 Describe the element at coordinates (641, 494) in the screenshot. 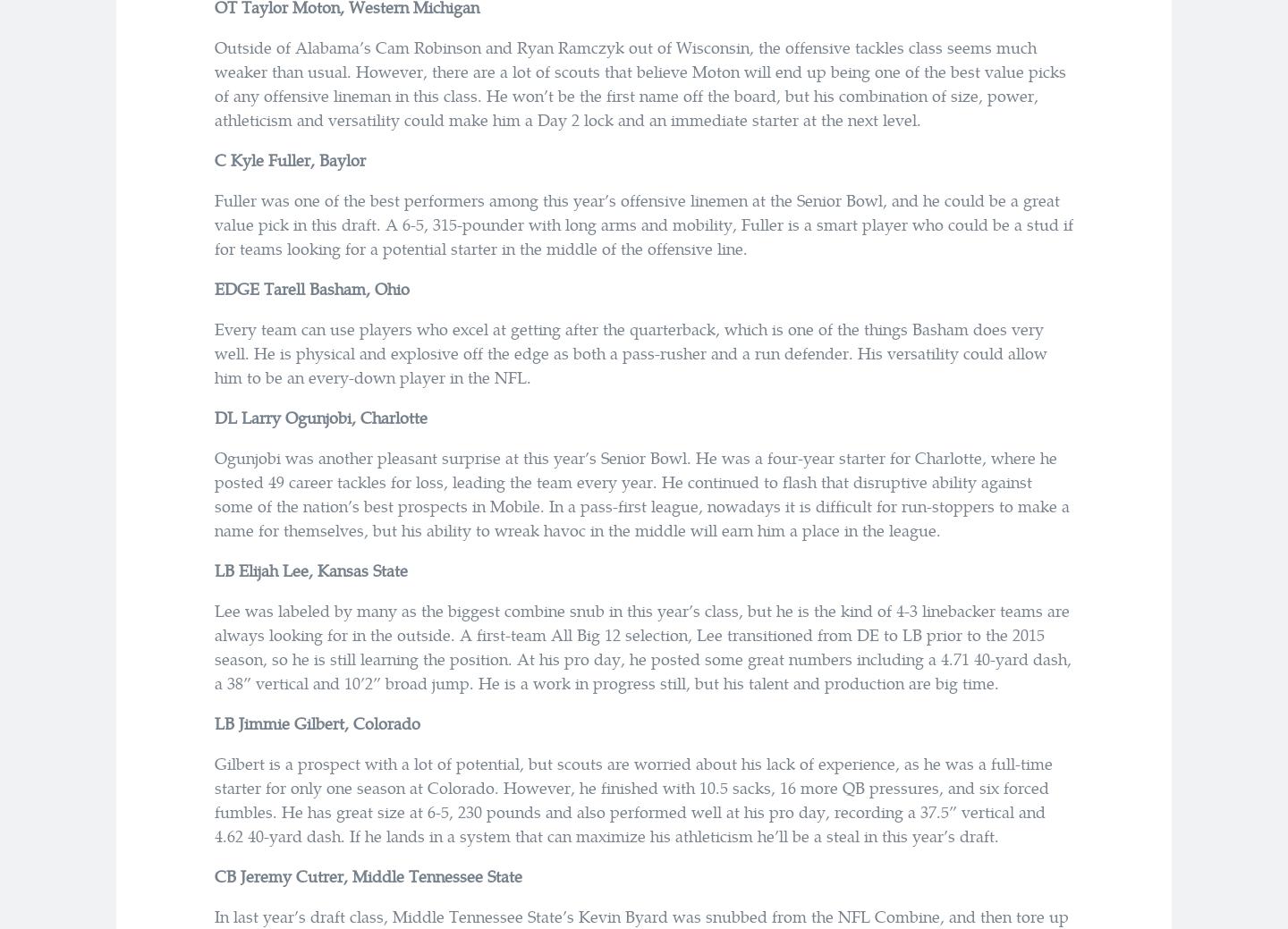

I see `'Ogunjobi was another pleasant surprise at this year’s Senior Bowl. He was a four-year starter for Charlotte, where he posted 49 career tackles for loss, leading the team every year. He continued to flash that disruptive ability against some of the nation’s best prospects in Mobile. In a pass-first league, nowadays it is difficult for run-stoppers to make a name for themselves, but his ability to wreak havoc in the middle will earn him a place in the league.'` at that location.